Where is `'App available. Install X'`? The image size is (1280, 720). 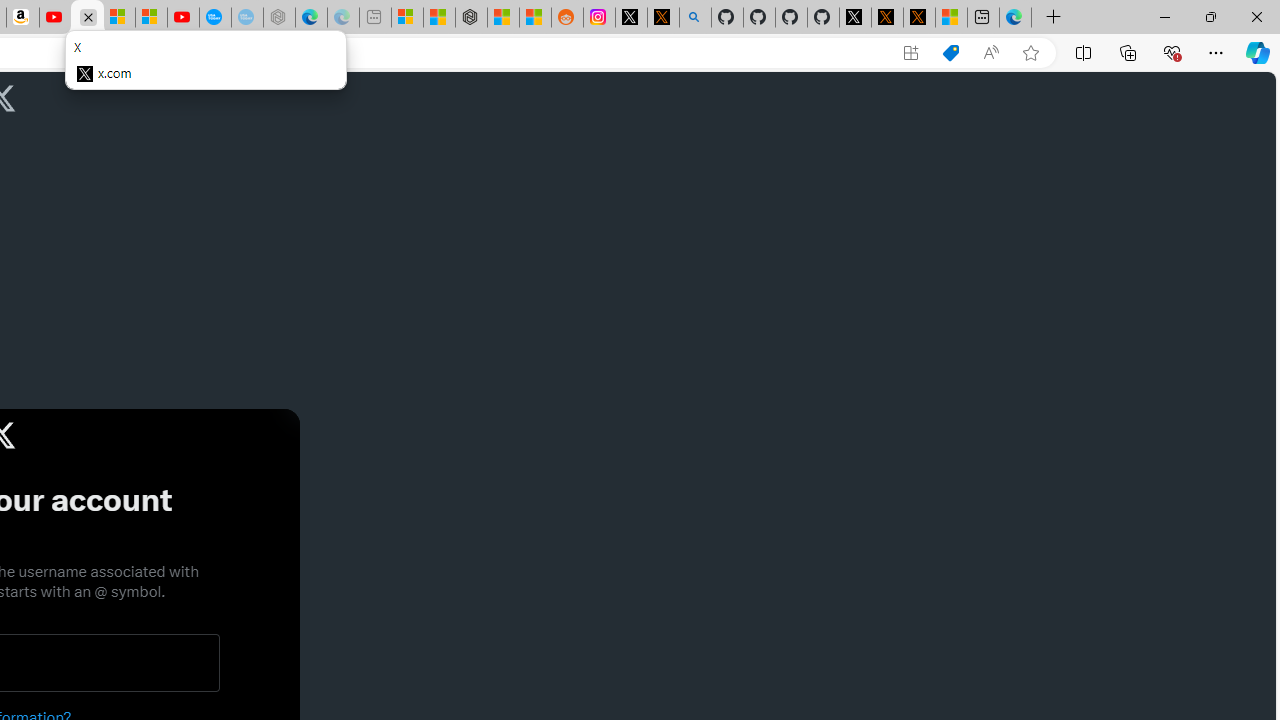 'App available. Install X' is located at coordinates (909, 52).